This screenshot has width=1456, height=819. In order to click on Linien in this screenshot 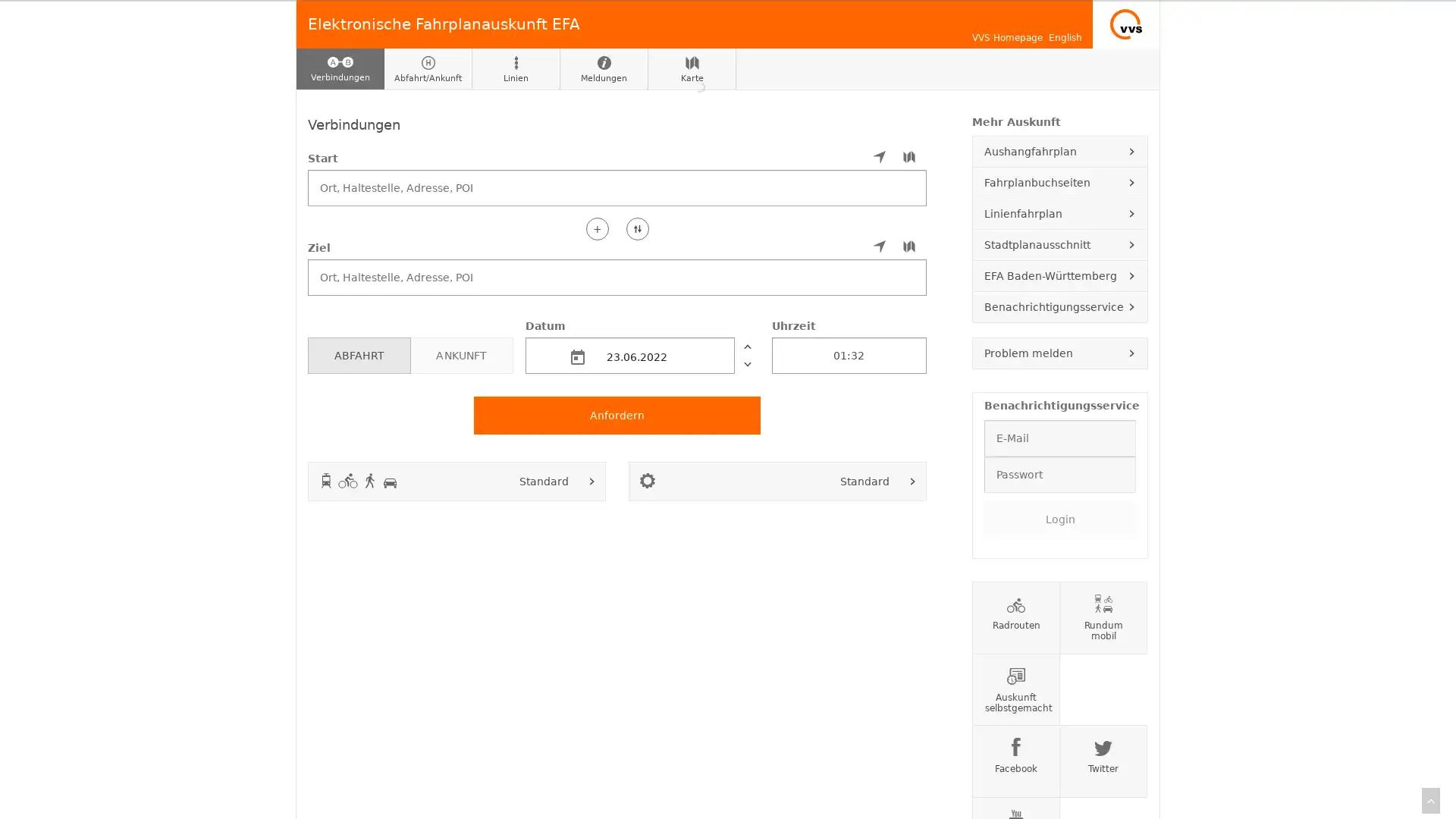, I will do `click(516, 69)`.